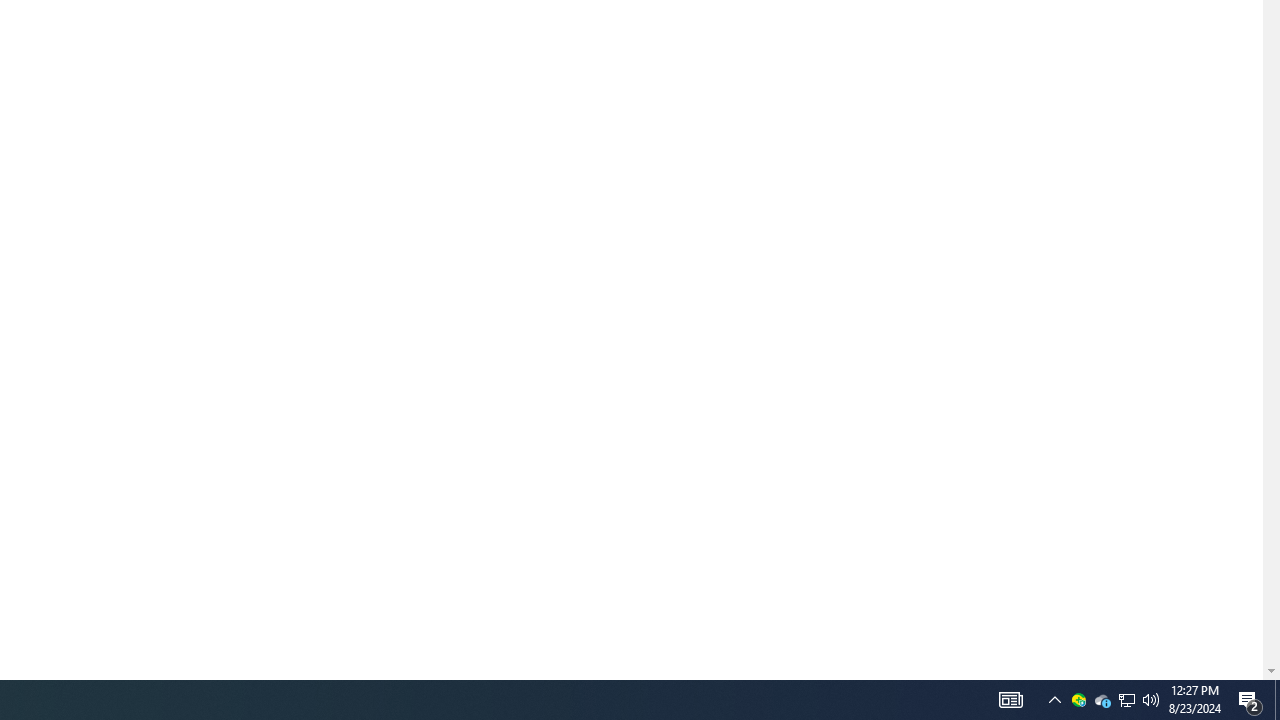  What do you see at coordinates (1151, 698) in the screenshot?
I see `'Q2790: 100%'` at bounding box center [1151, 698].